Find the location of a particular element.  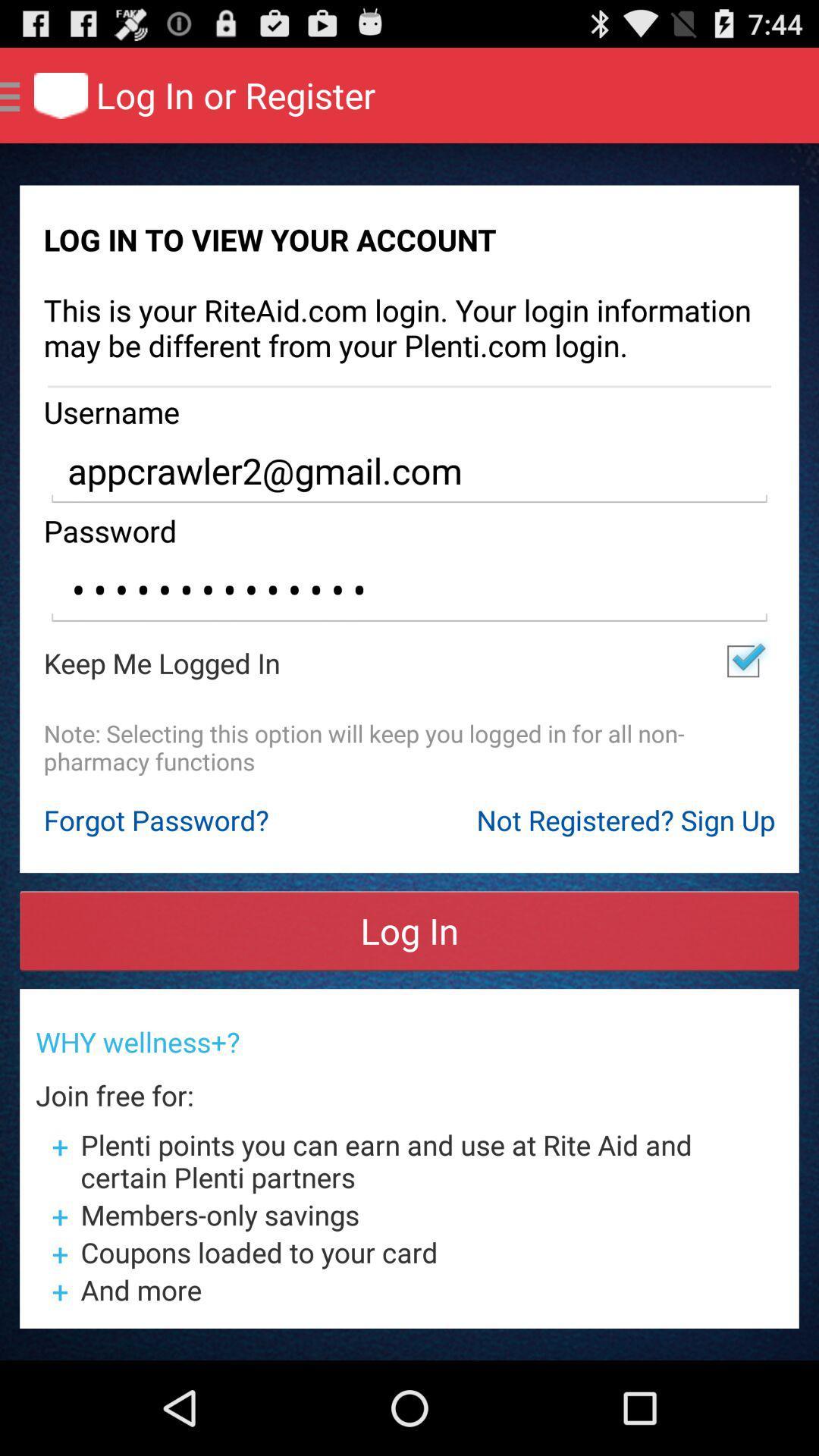

the appcrawler3116 item is located at coordinates (409, 589).